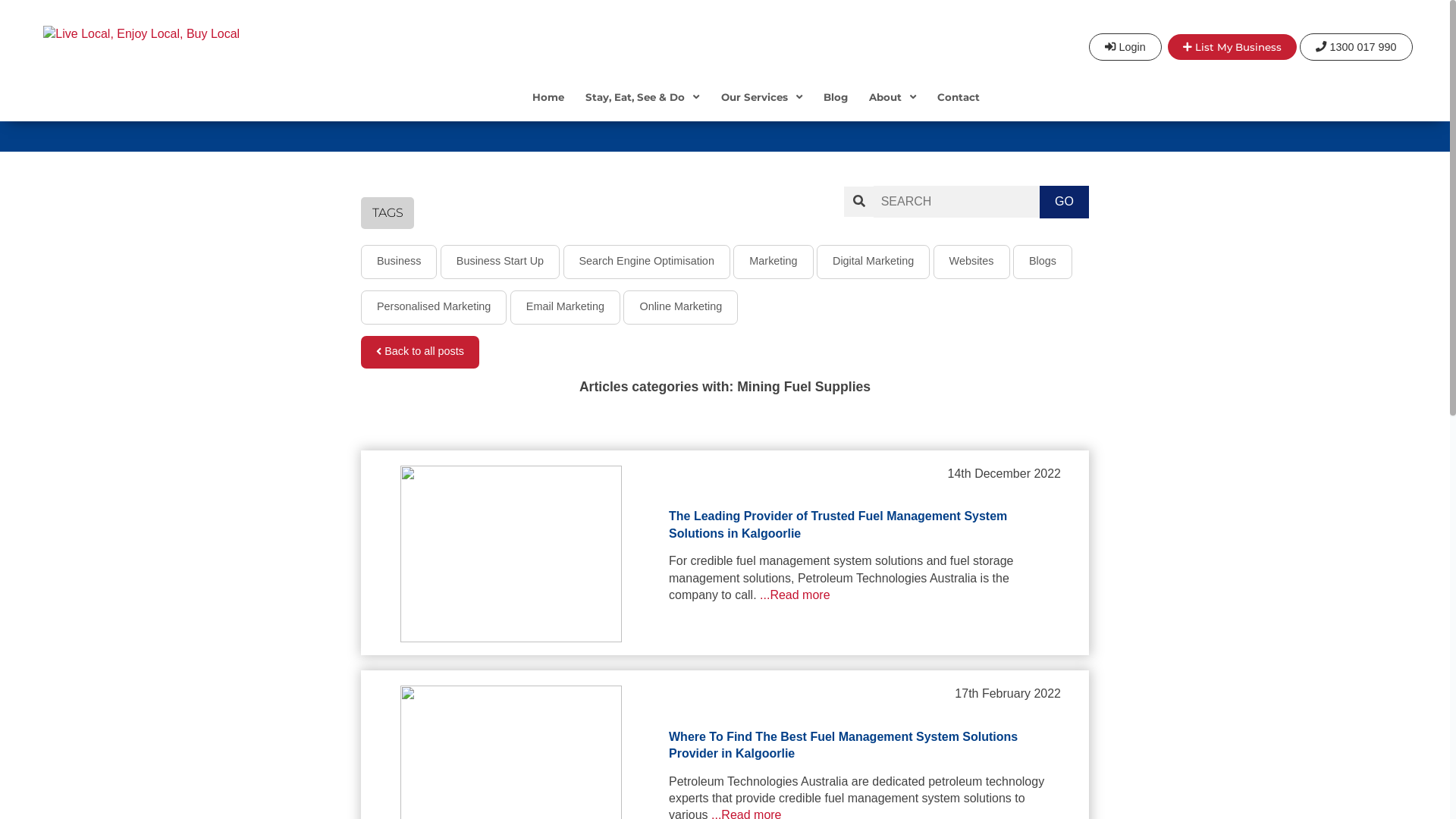 This screenshot has height=819, width=1456. What do you see at coordinates (873, 261) in the screenshot?
I see `'Digital Marketing'` at bounding box center [873, 261].